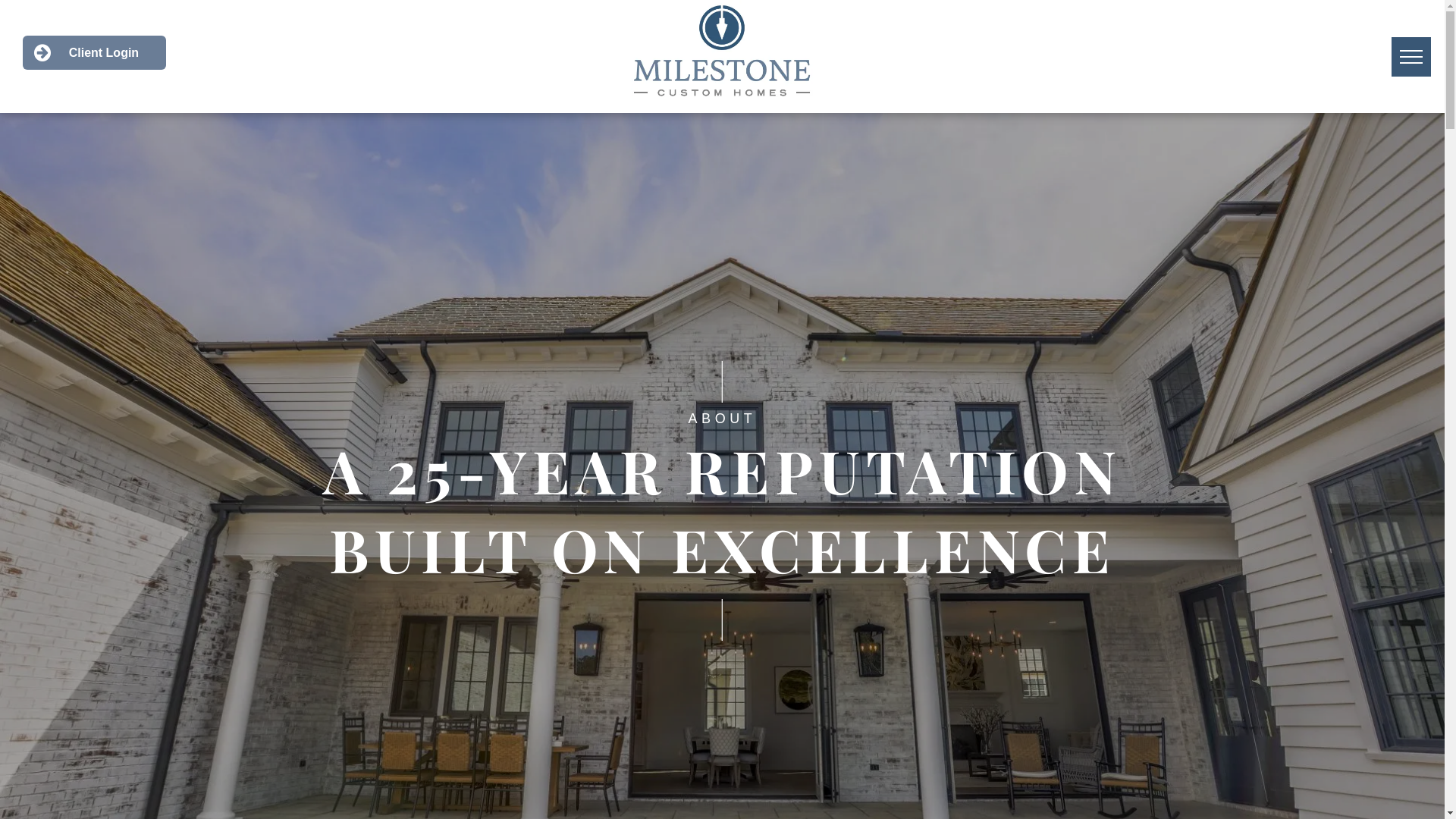 This screenshot has width=1456, height=819. I want to click on 'Client Login', so click(22, 52).